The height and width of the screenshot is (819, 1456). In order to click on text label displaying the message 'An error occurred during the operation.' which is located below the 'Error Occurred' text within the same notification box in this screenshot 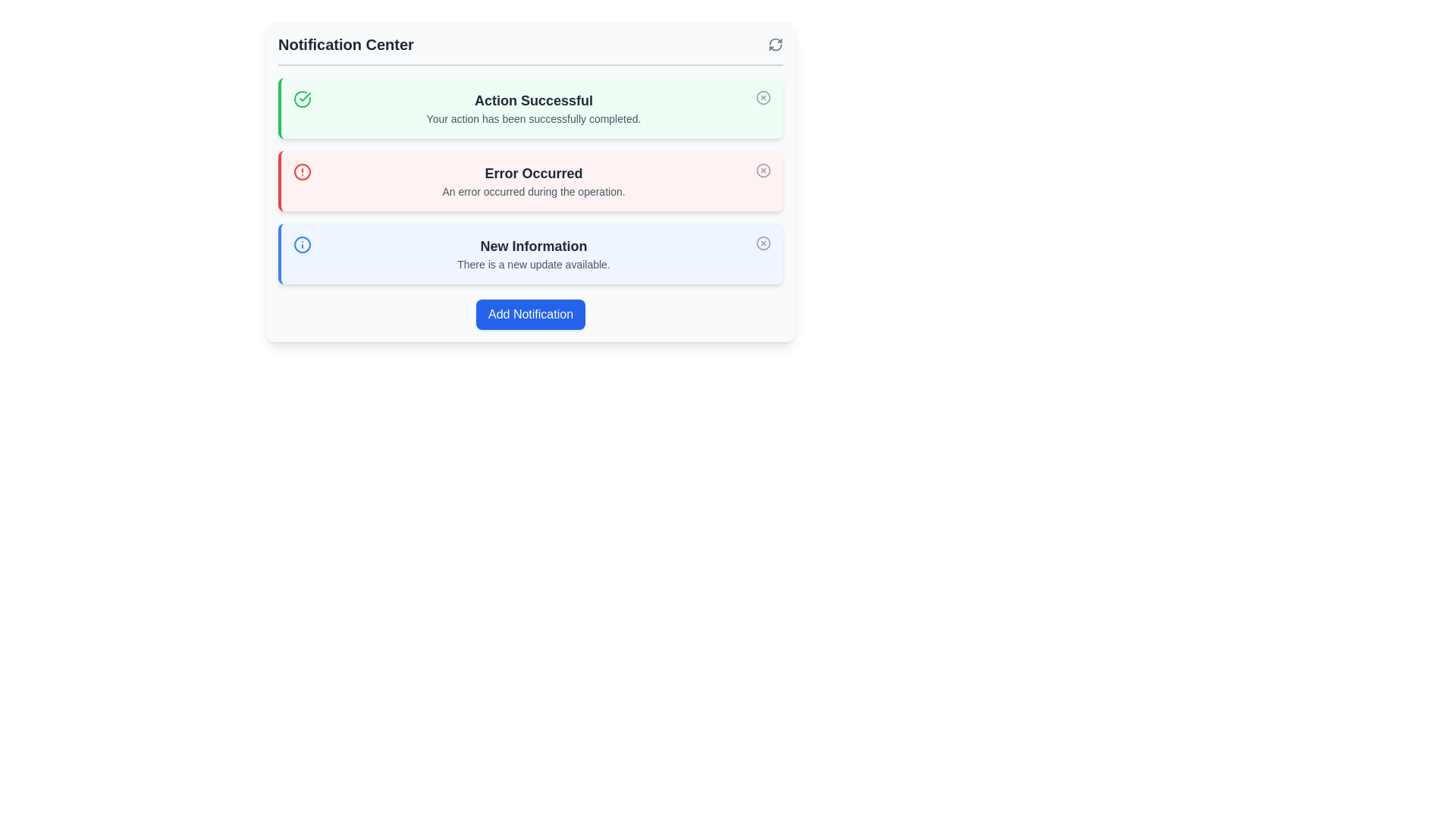, I will do `click(534, 191)`.